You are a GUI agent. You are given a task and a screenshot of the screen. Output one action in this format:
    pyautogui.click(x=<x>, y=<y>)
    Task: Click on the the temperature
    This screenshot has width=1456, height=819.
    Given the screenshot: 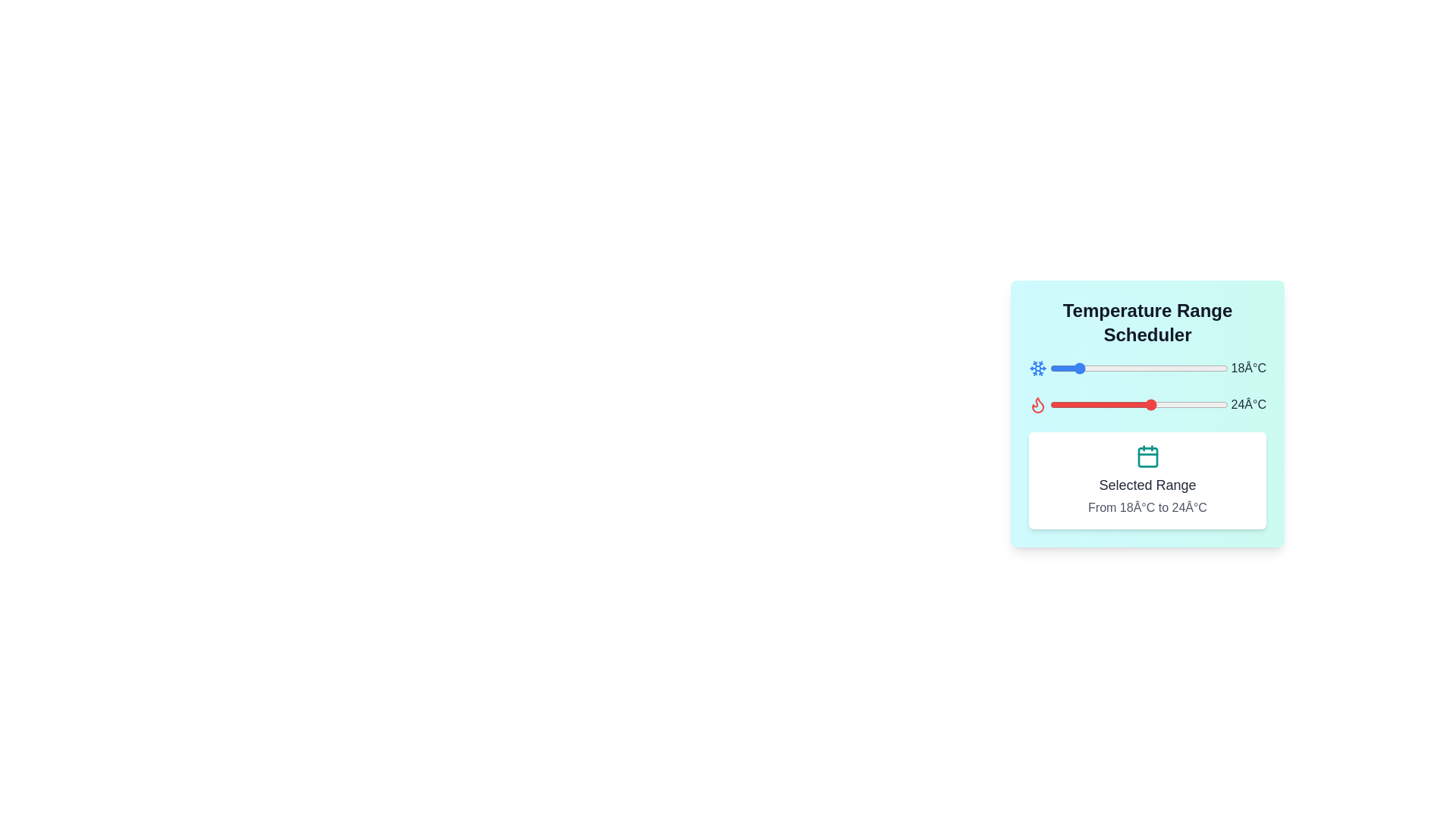 What is the action you would take?
    pyautogui.click(x=1113, y=403)
    